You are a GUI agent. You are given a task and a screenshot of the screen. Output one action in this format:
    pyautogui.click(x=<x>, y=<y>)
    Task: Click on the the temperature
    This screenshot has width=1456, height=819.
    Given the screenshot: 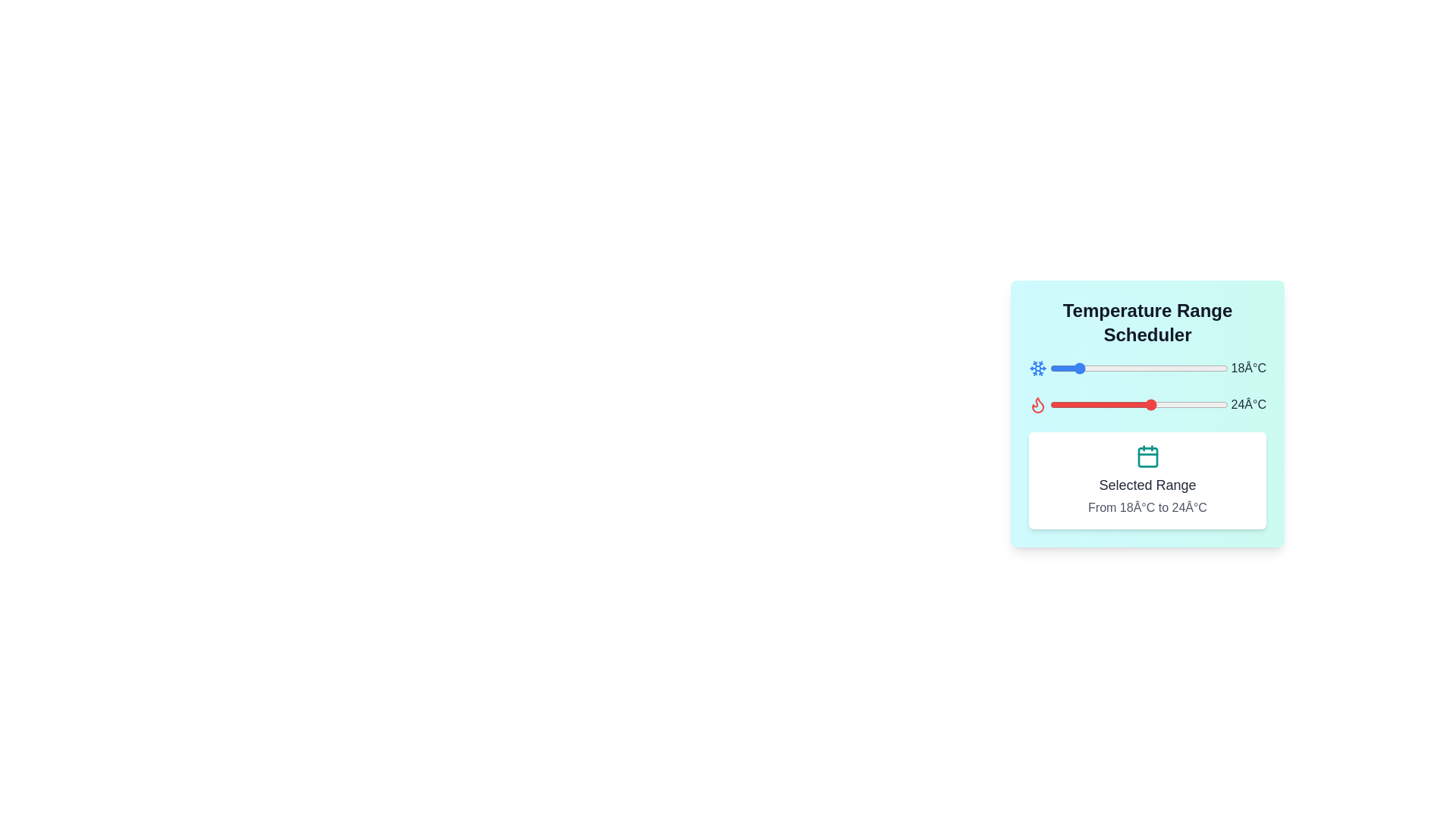 What is the action you would take?
    pyautogui.click(x=1113, y=403)
    